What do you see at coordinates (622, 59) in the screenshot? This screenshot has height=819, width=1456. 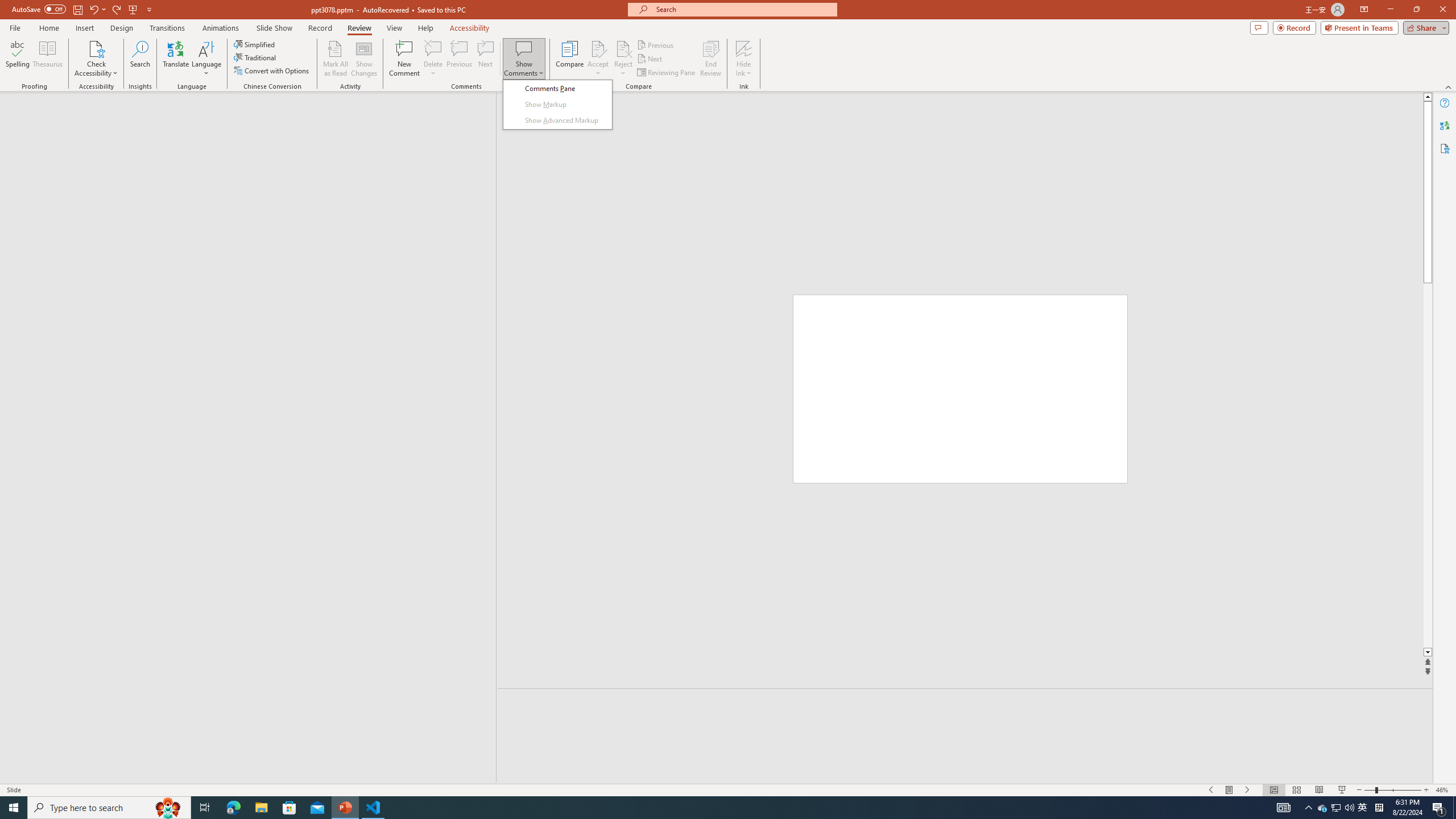 I see `'Reject'` at bounding box center [622, 59].